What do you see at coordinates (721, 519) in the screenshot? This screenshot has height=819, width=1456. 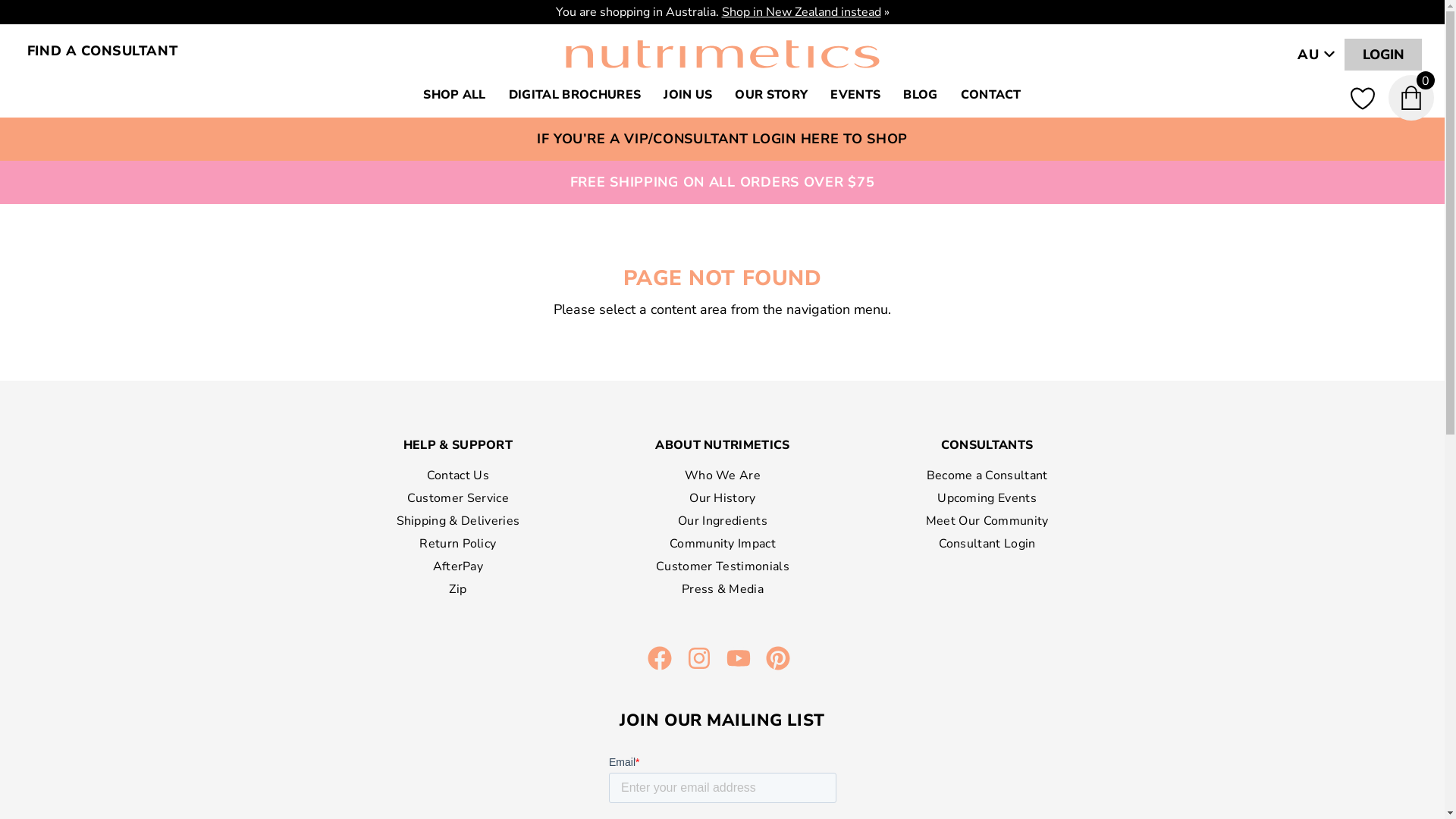 I see `'Our Ingredients'` at bounding box center [721, 519].